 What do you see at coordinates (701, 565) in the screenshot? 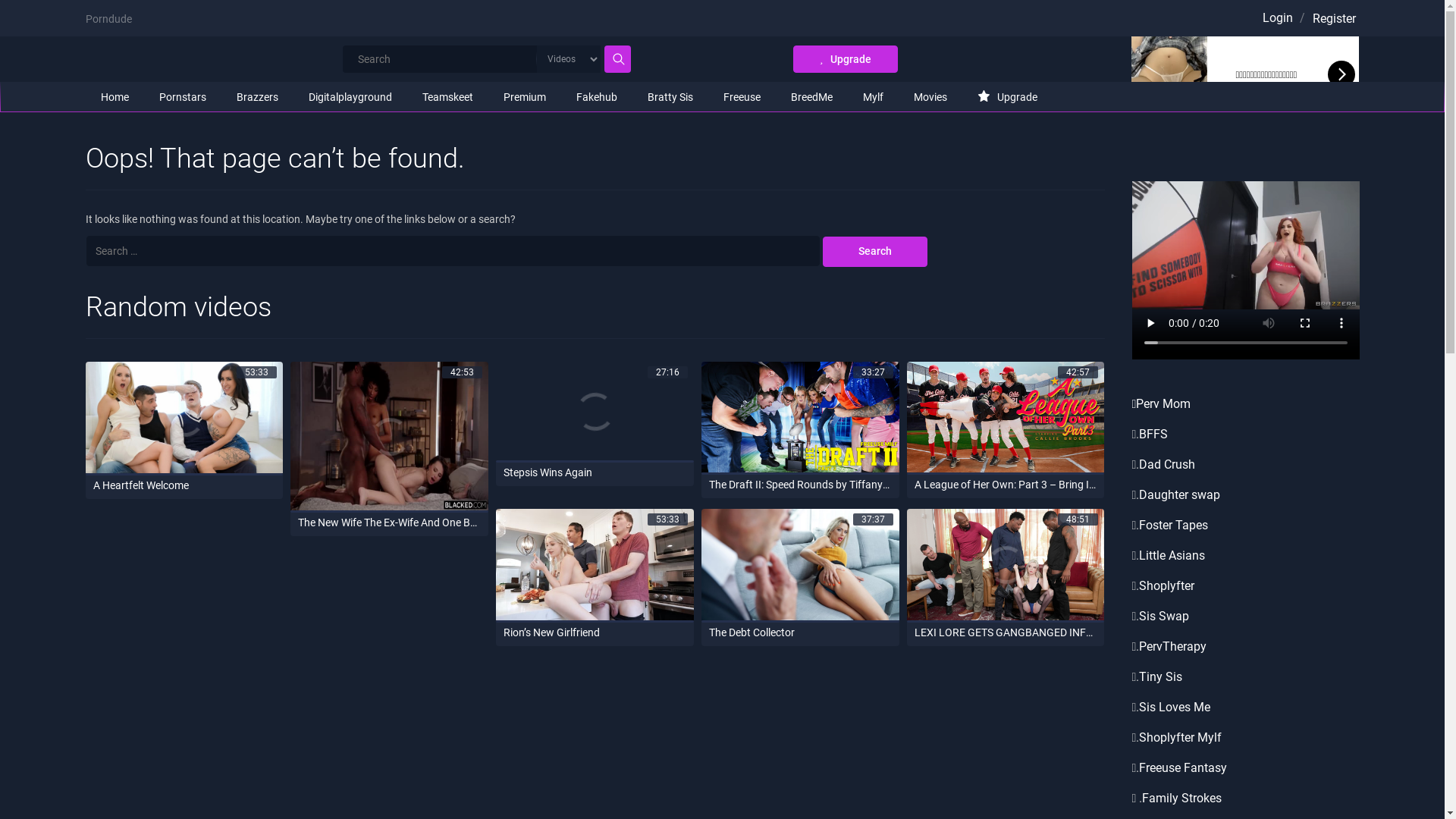
I see `'37:37'` at bounding box center [701, 565].